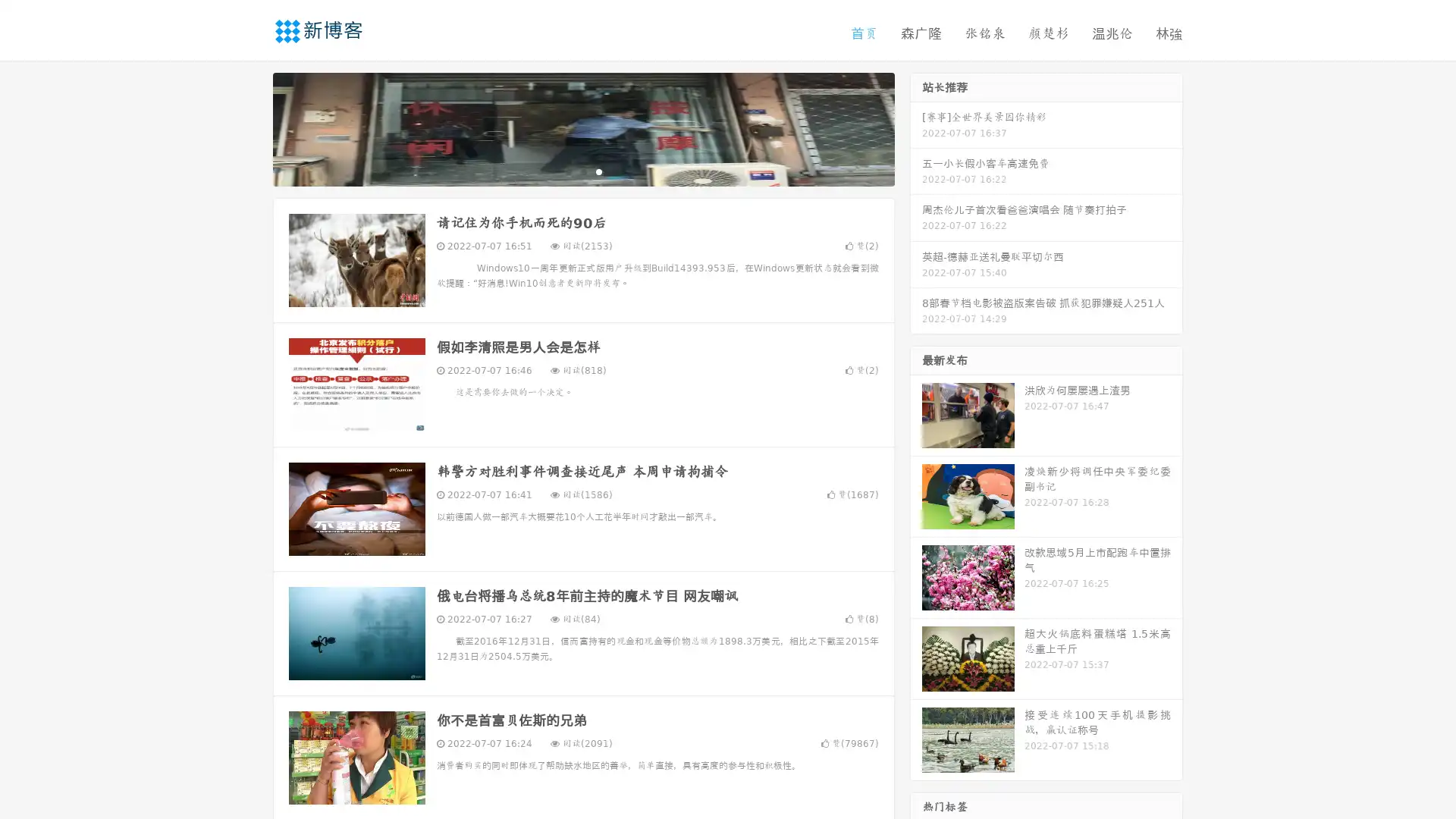 The height and width of the screenshot is (819, 1456). What do you see at coordinates (567, 171) in the screenshot?
I see `Go to slide 1` at bounding box center [567, 171].